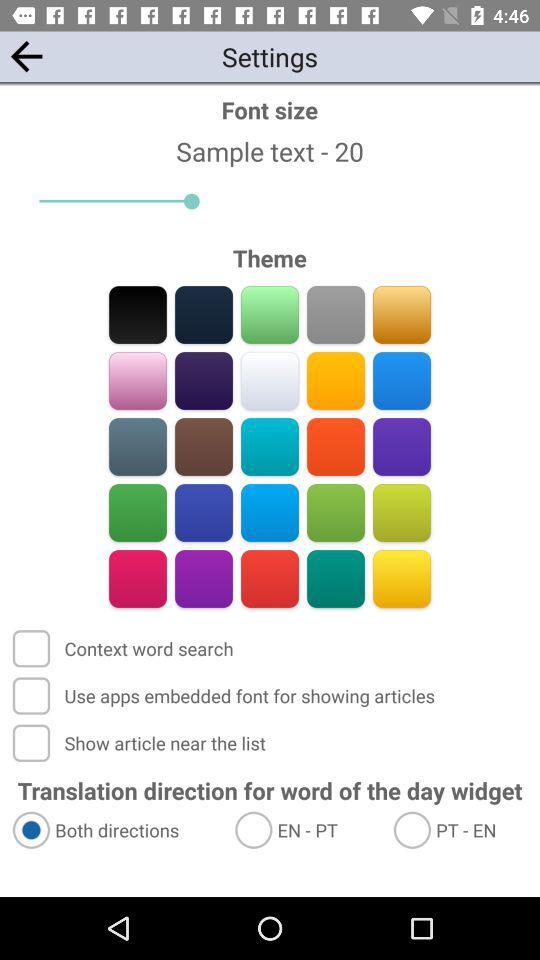 The width and height of the screenshot is (540, 960). I want to click on context word search, so click(125, 647).